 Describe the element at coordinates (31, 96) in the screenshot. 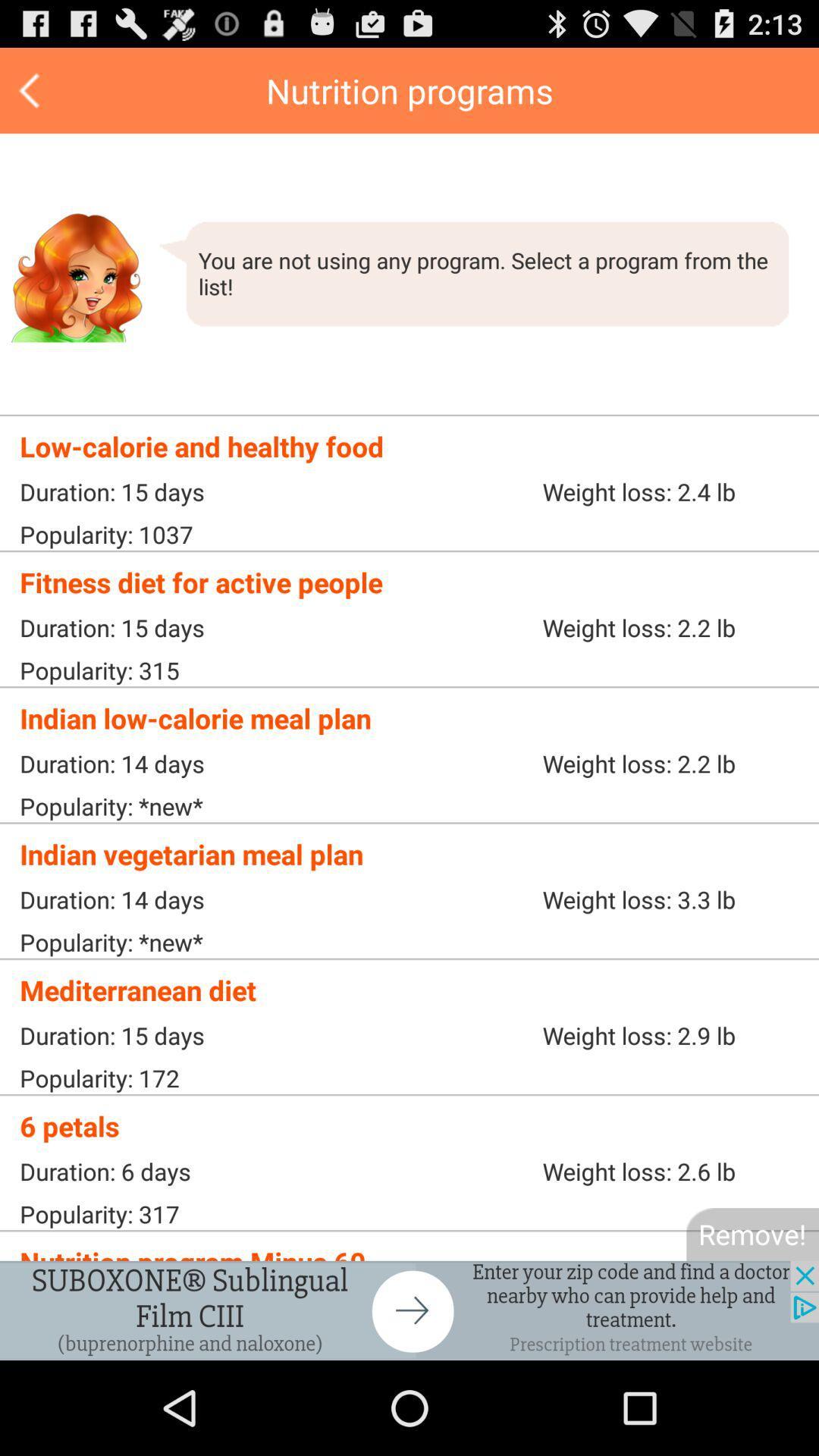

I see `the arrow_backward icon` at that location.